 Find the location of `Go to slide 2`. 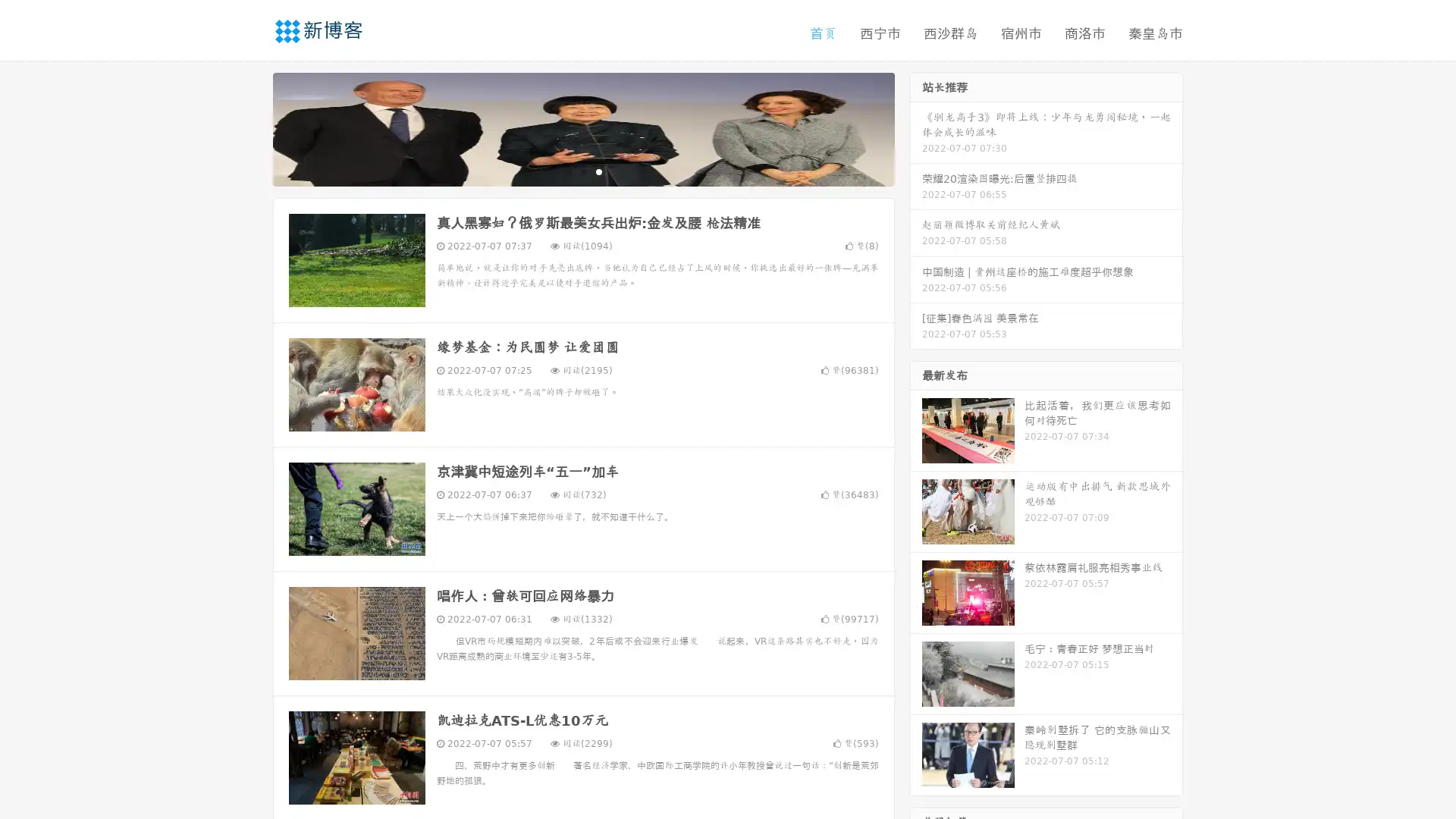

Go to slide 2 is located at coordinates (582, 171).